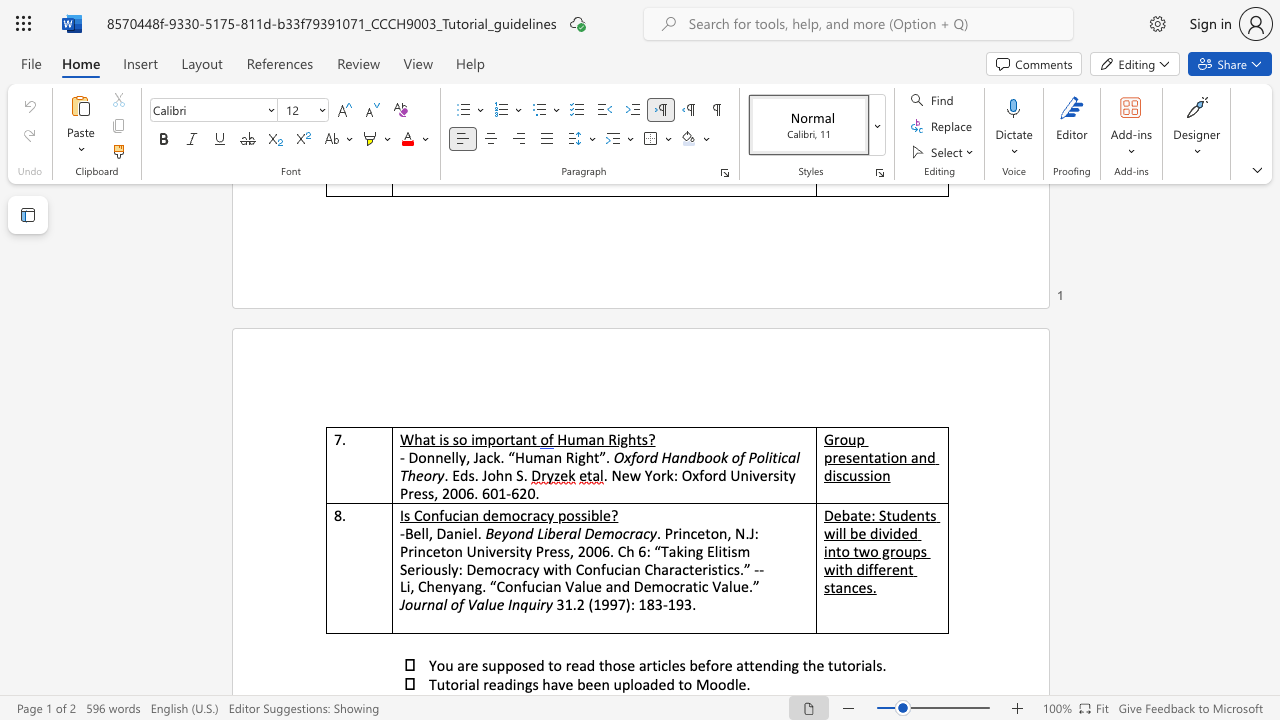  What do you see at coordinates (427, 532) in the screenshot?
I see `the subset text ", D" within the text "-Bell, Daniel."` at bounding box center [427, 532].